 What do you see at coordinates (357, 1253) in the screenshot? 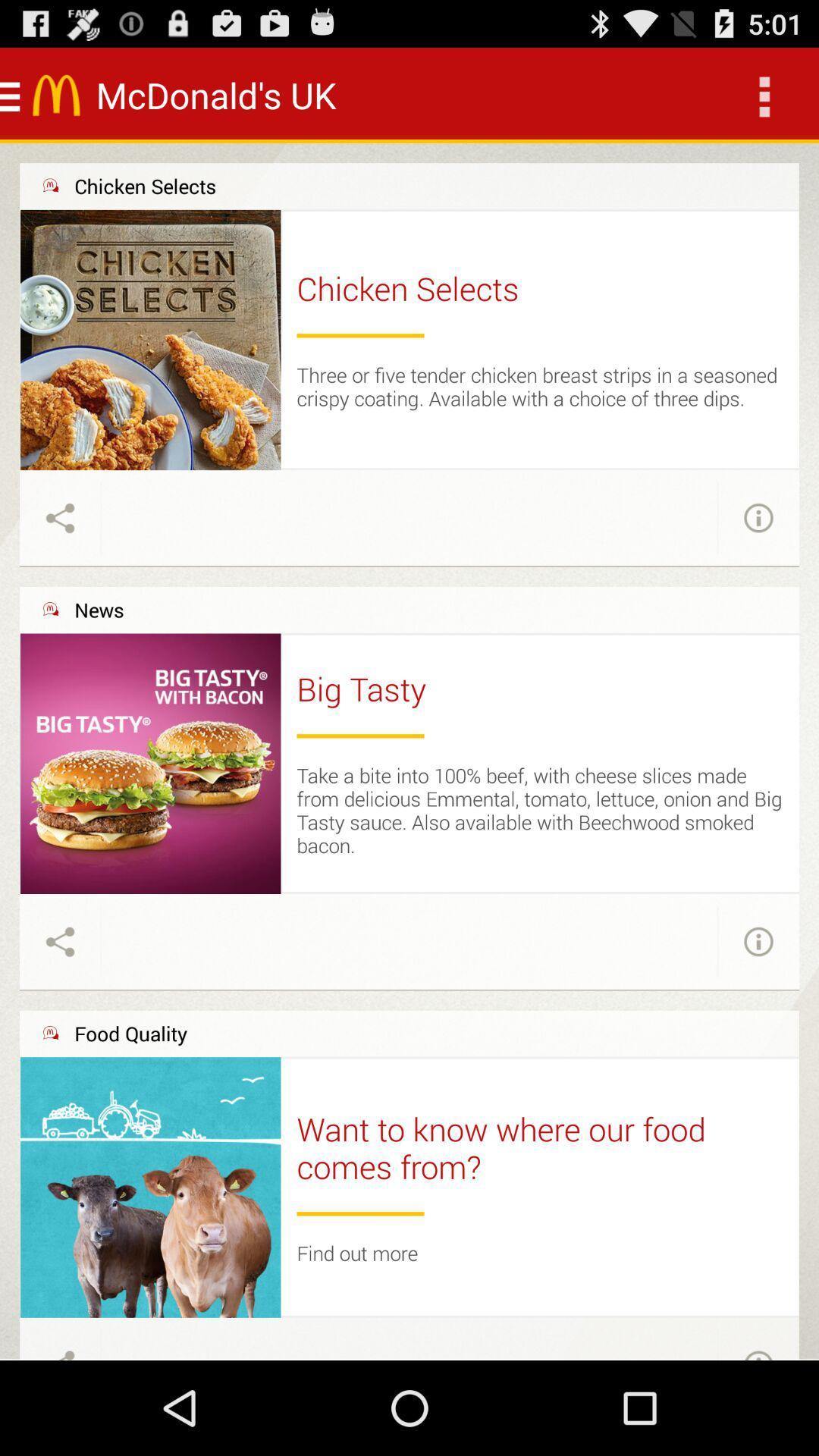
I see `the find out more` at bounding box center [357, 1253].